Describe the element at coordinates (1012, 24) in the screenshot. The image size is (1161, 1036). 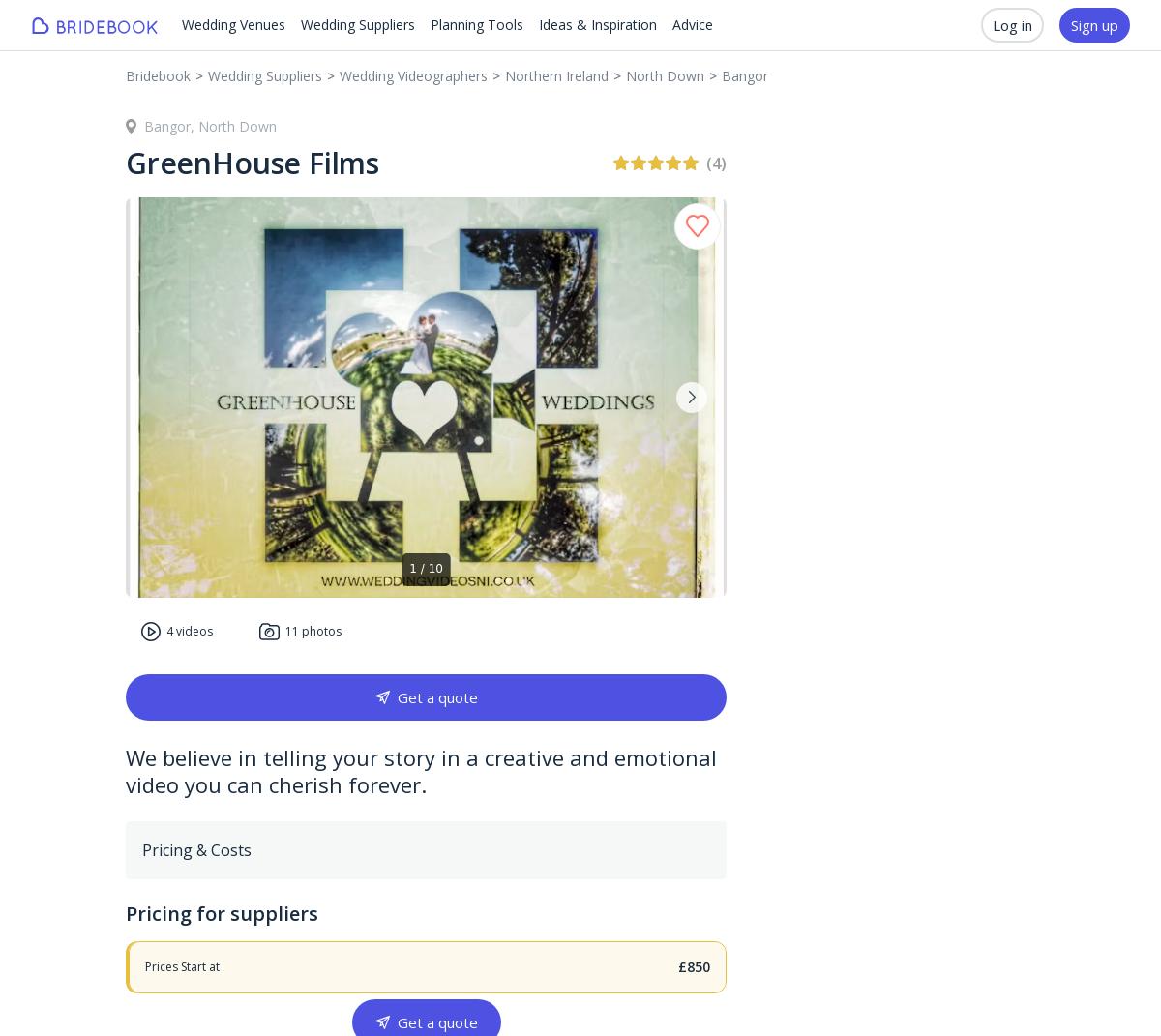
I see `'Log in'` at that location.